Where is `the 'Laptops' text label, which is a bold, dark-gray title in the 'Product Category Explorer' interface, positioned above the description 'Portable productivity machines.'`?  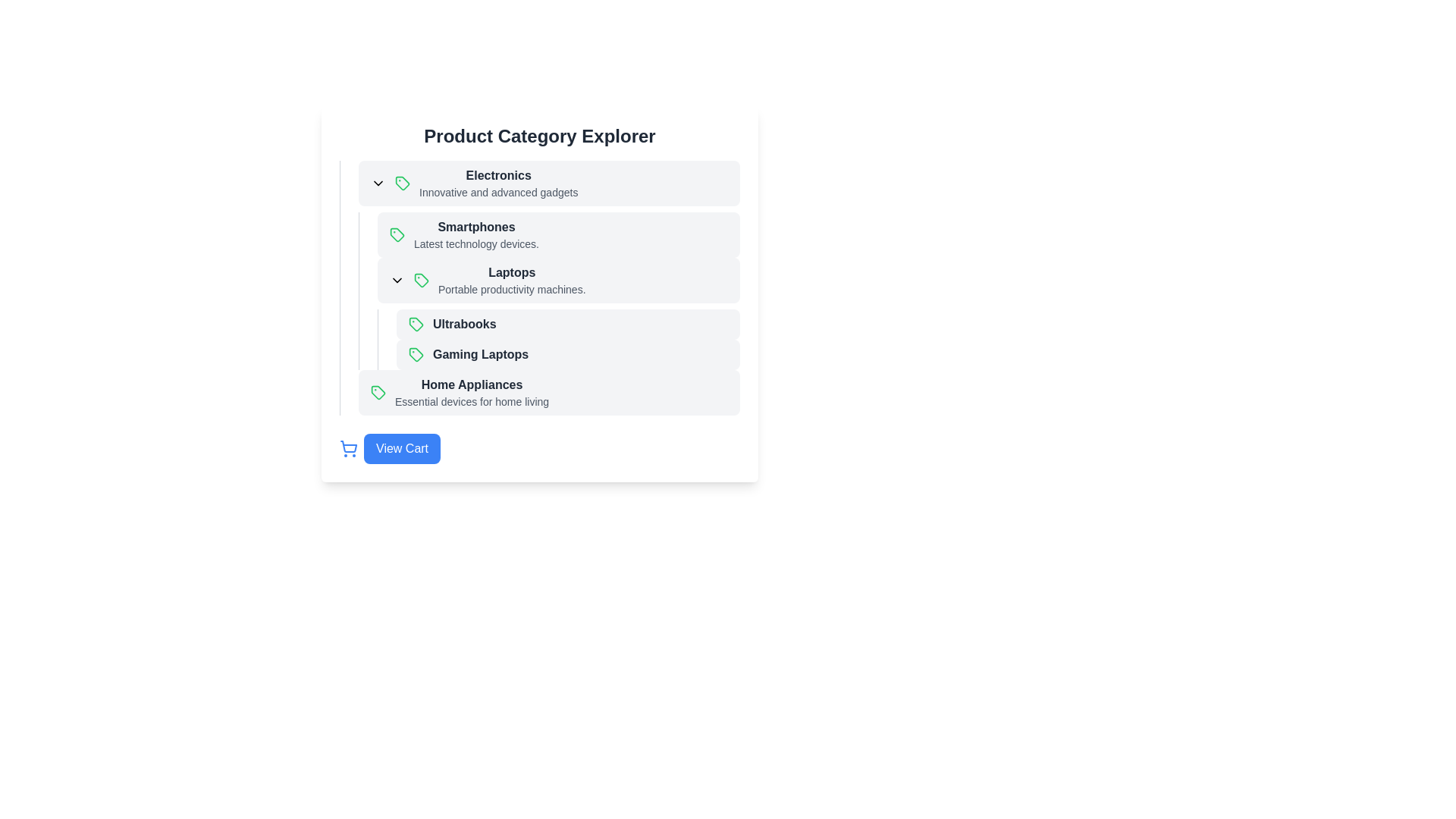 the 'Laptops' text label, which is a bold, dark-gray title in the 'Product Category Explorer' interface, positioned above the description 'Portable productivity machines.' is located at coordinates (512, 271).